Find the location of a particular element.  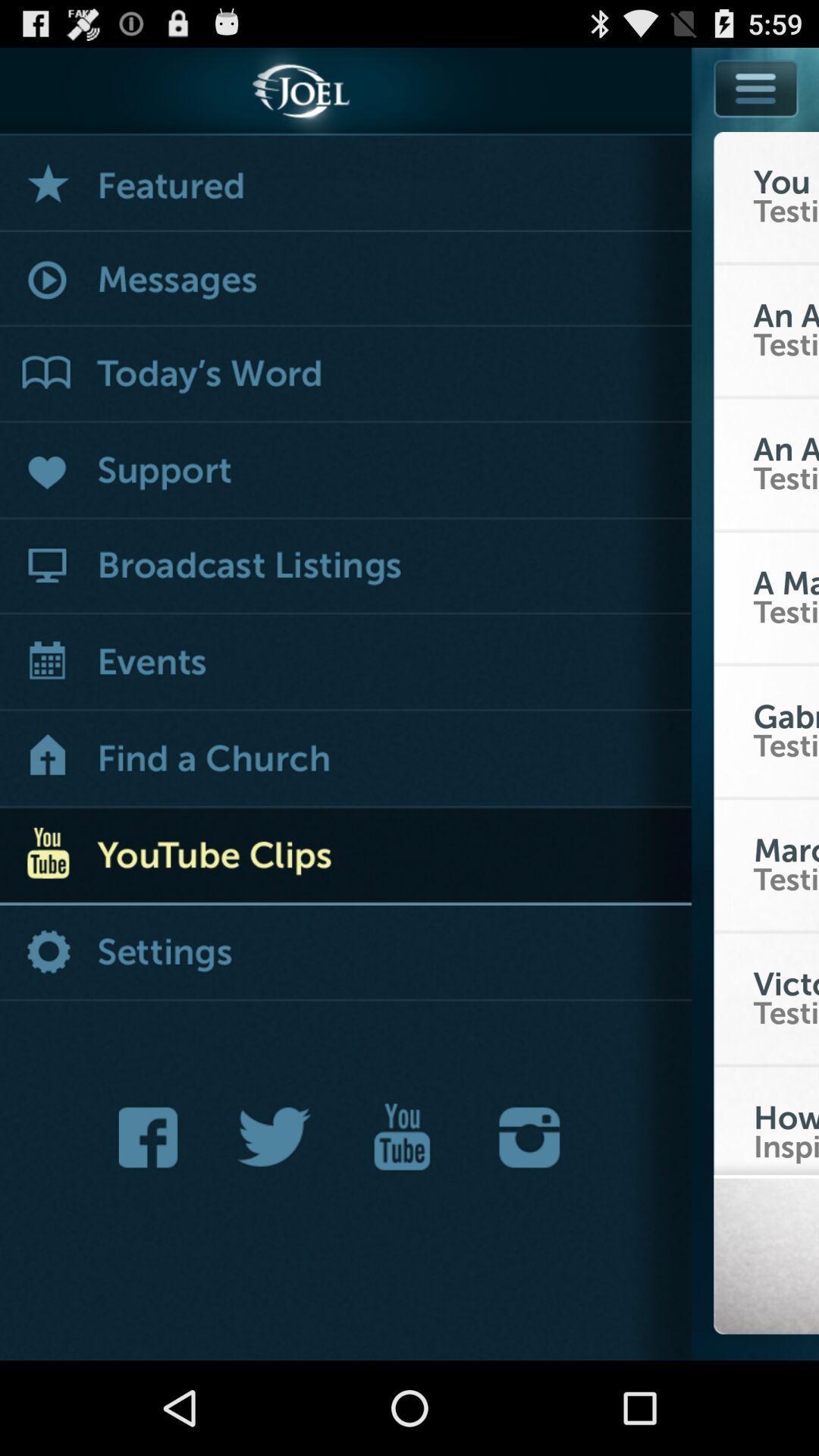

see broadcast listings is located at coordinates (345, 566).